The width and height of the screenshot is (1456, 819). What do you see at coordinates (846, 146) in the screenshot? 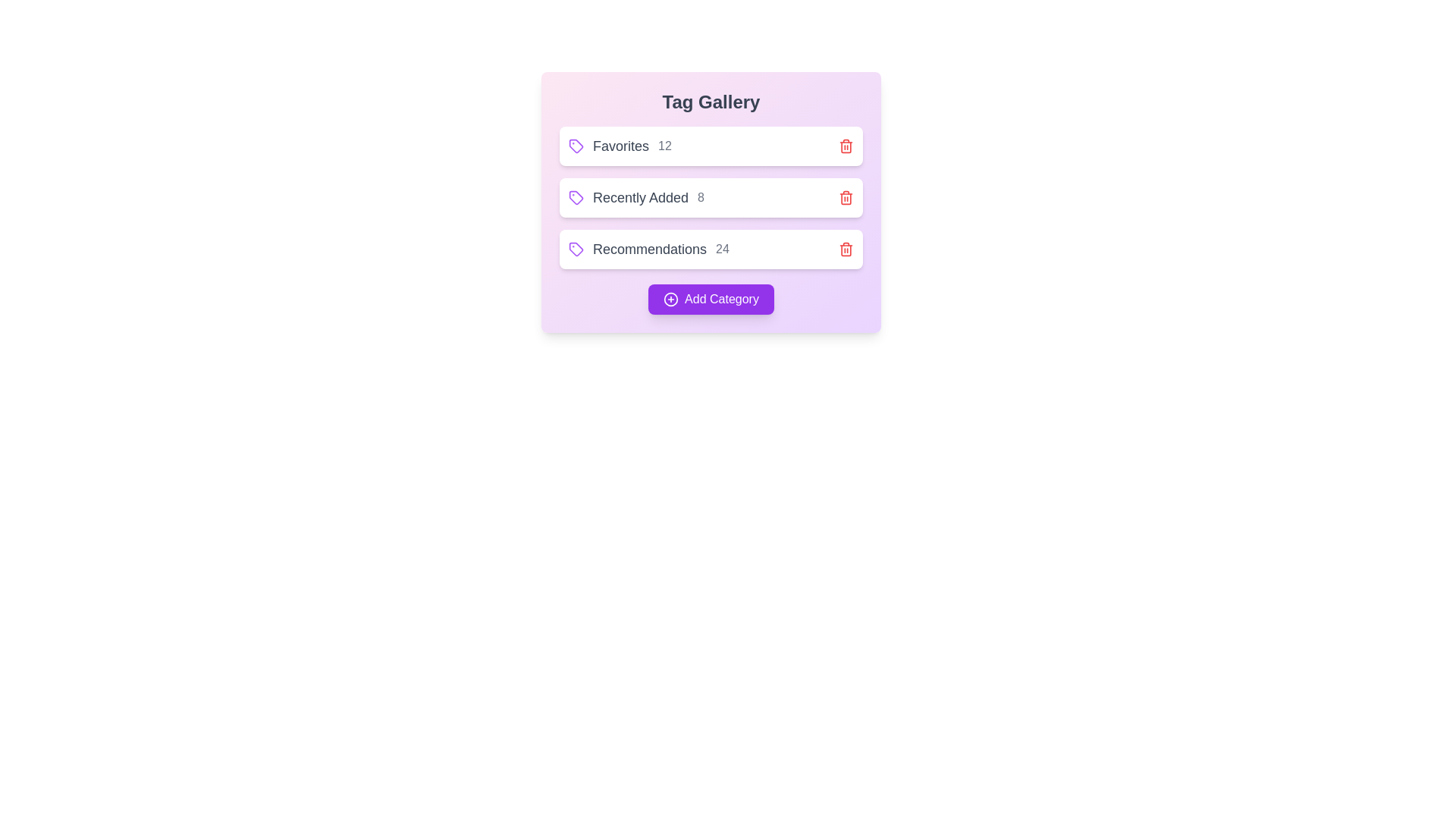
I see `the trash icon next to the tag labeled Favorites to remove it` at bounding box center [846, 146].